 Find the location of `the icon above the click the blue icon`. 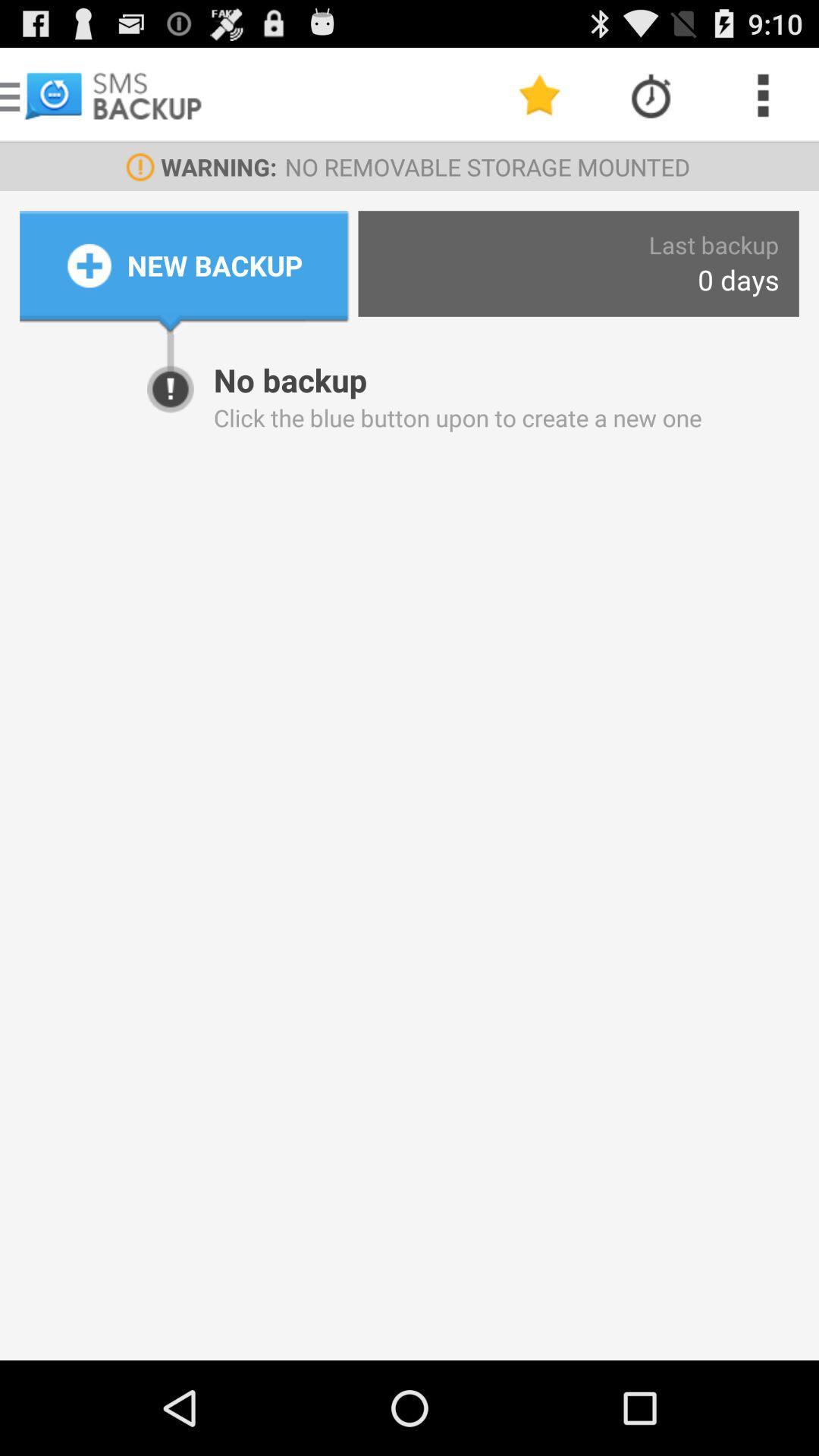

the icon above the click the blue icon is located at coordinates (737, 280).